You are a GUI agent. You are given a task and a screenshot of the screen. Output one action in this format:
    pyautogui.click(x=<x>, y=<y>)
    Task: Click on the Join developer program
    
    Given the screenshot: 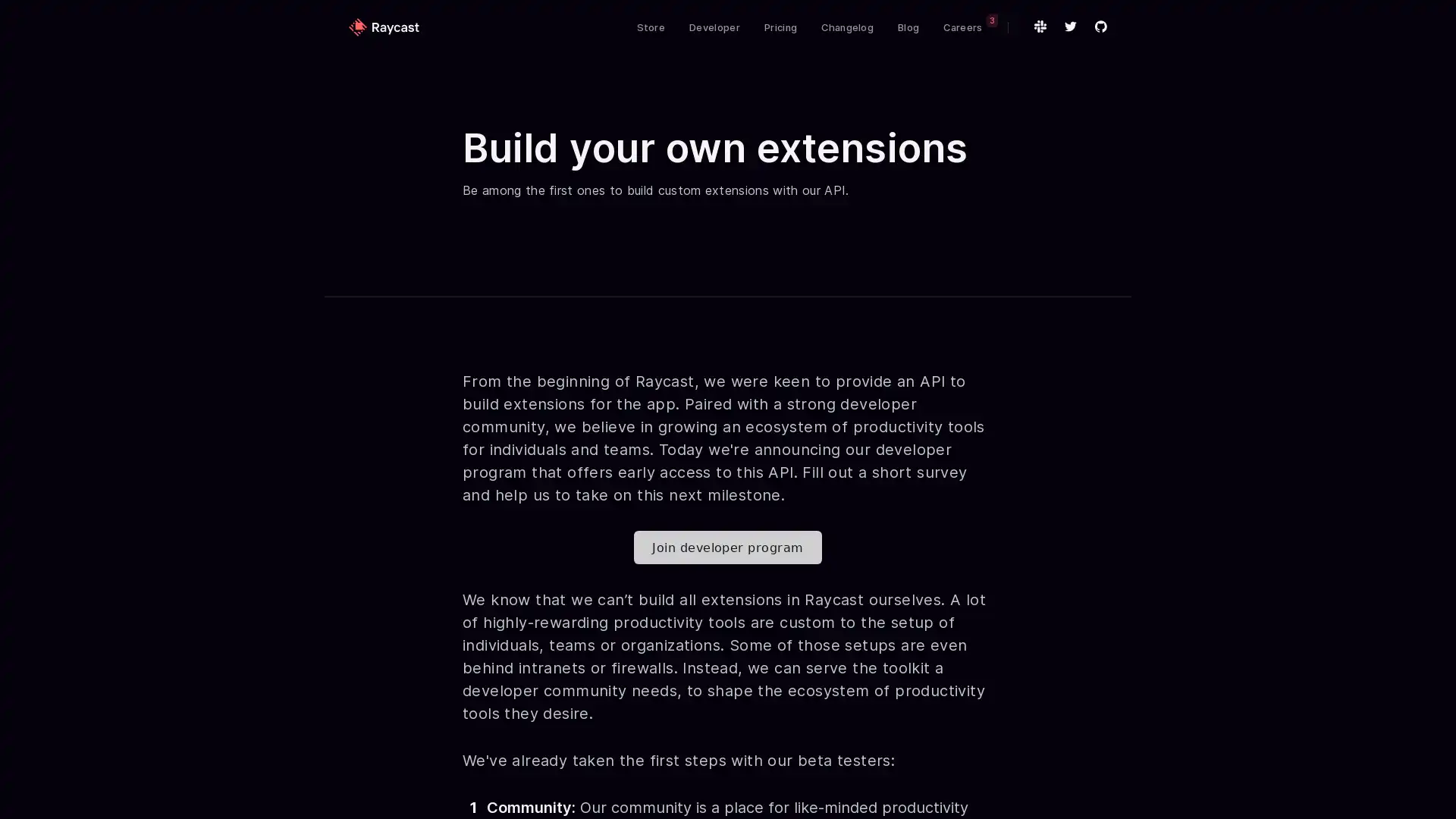 What is the action you would take?
    pyautogui.click(x=726, y=547)
    